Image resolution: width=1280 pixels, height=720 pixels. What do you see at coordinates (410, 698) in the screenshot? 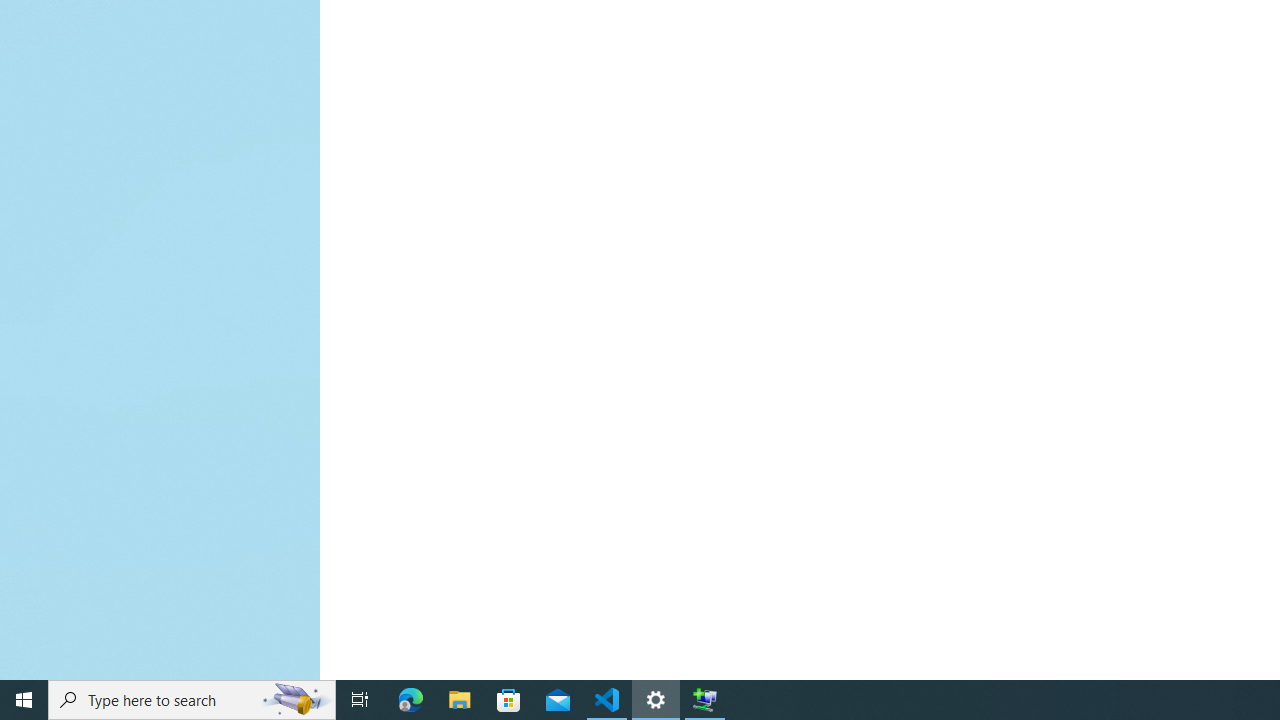
I see `'Microsoft Edge'` at bounding box center [410, 698].